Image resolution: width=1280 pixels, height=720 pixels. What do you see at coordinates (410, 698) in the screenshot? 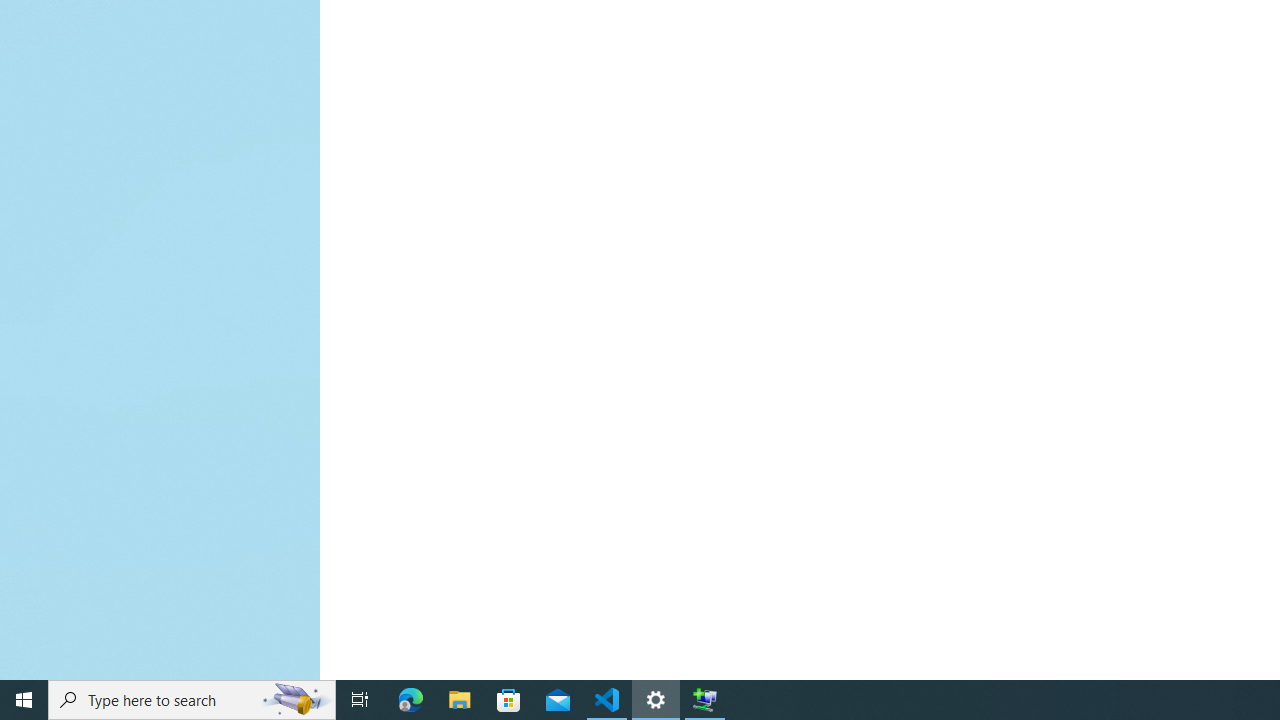
I see `'Microsoft Edge'` at bounding box center [410, 698].